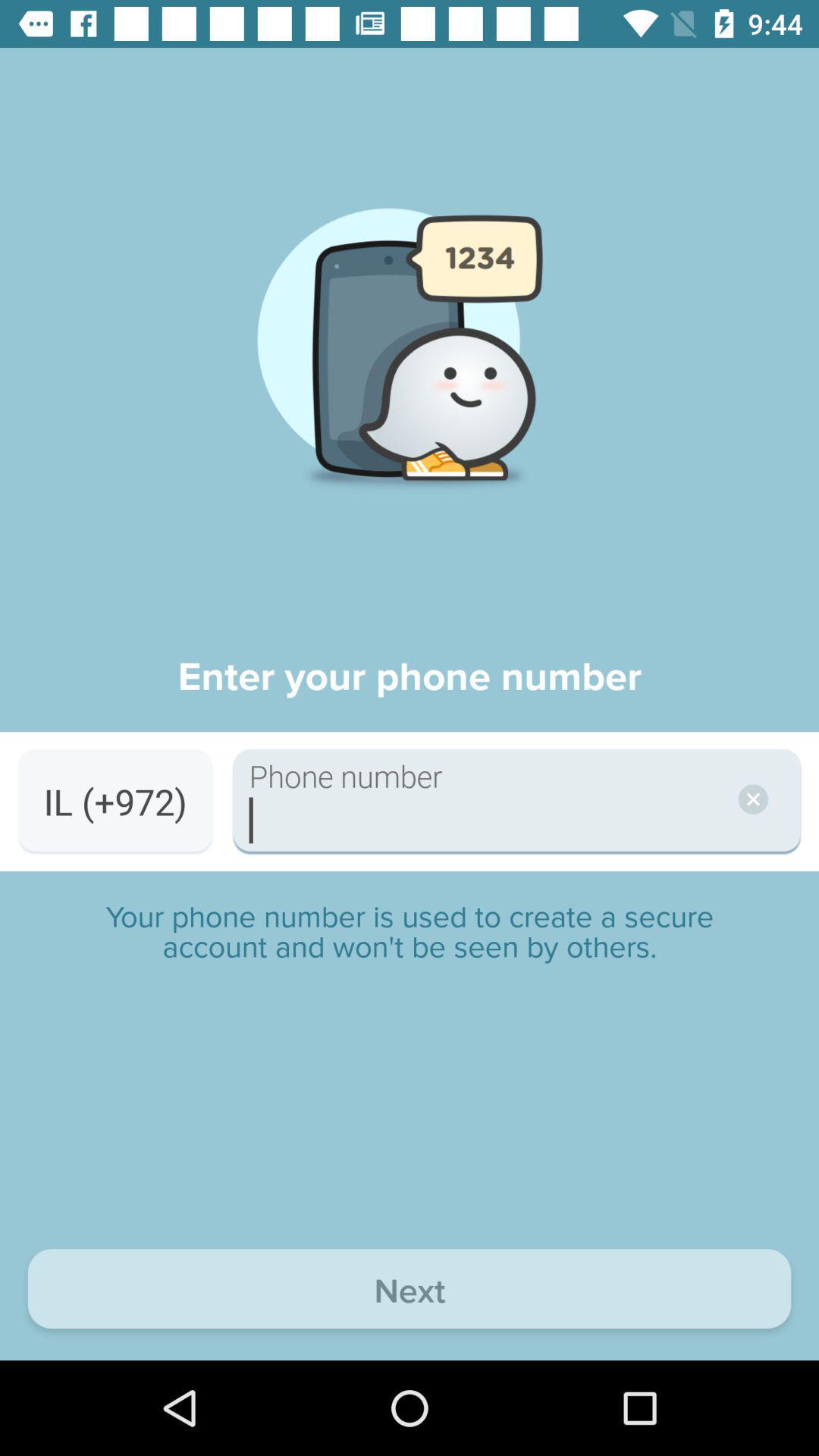 The image size is (819, 1456). Describe the element at coordinates (115, 801) in the screenshot. I see `icon above the your phone number` at that location.